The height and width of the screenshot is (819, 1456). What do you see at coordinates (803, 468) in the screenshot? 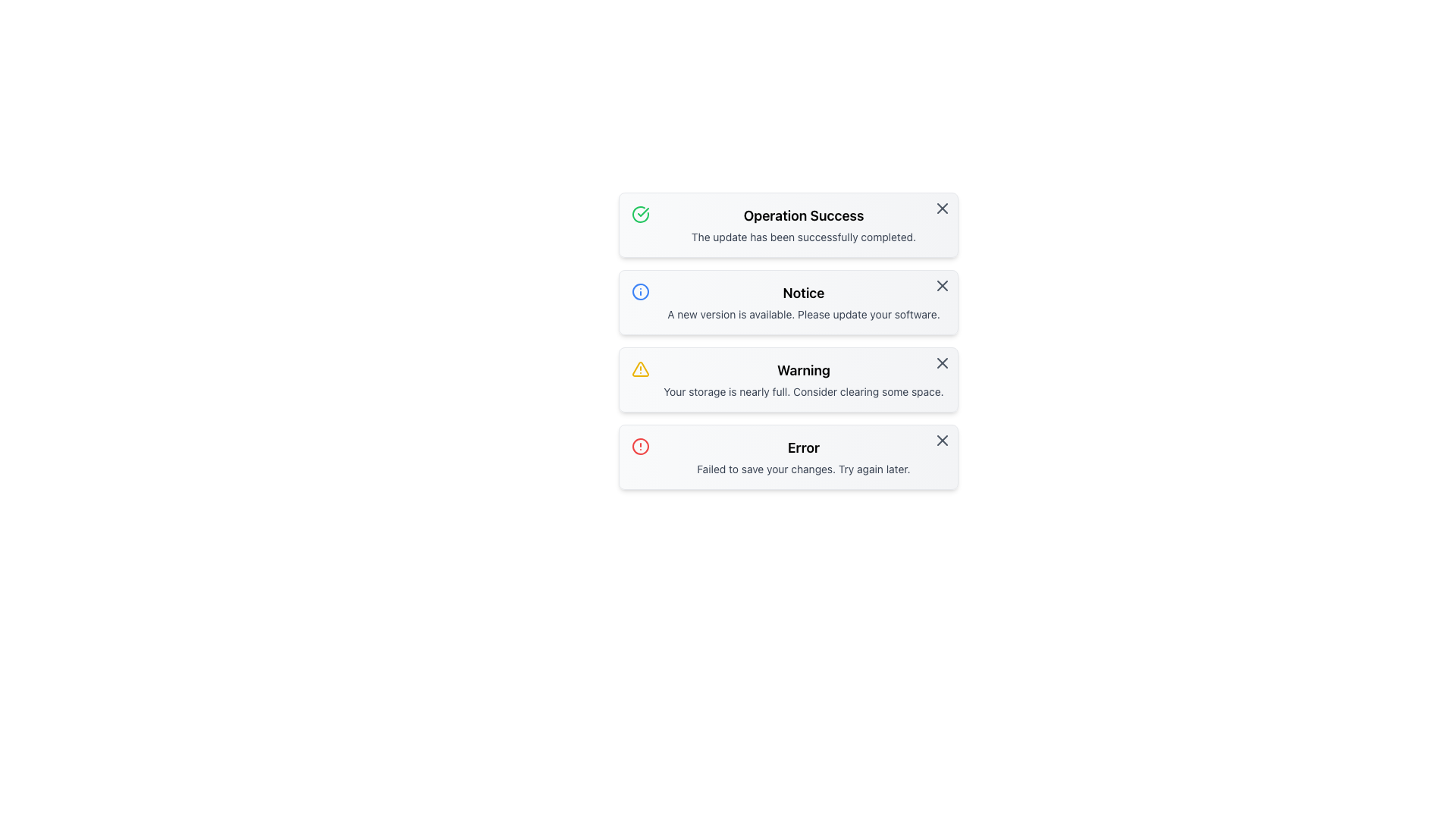
I see `text from the descriptive Text Label located below the bold 'Error' heading in the notification box at the bottom of the stack` at bounding box center [803, 468].